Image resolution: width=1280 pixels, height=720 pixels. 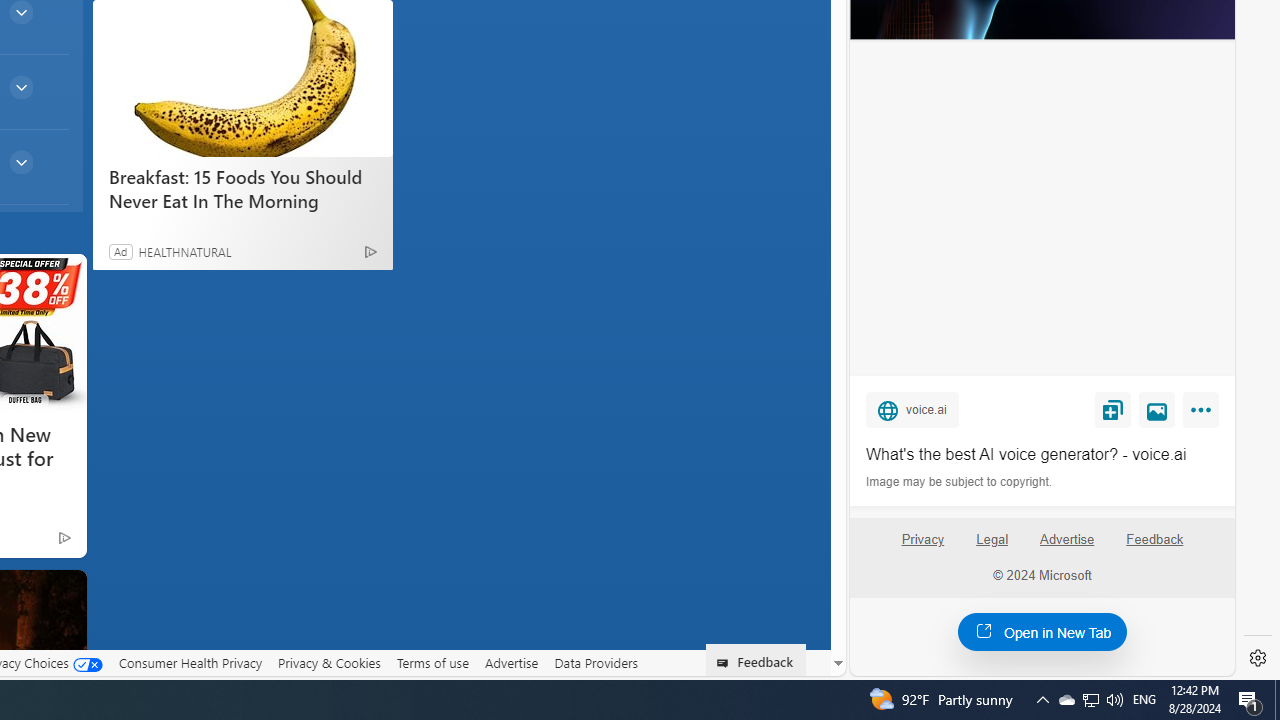 What do you see at coordinates (726, 663) in the screenshot?
I see `'Class: feedback_link_icon-DS-EntryPoint1-1'` at bounding box center [726, 663].